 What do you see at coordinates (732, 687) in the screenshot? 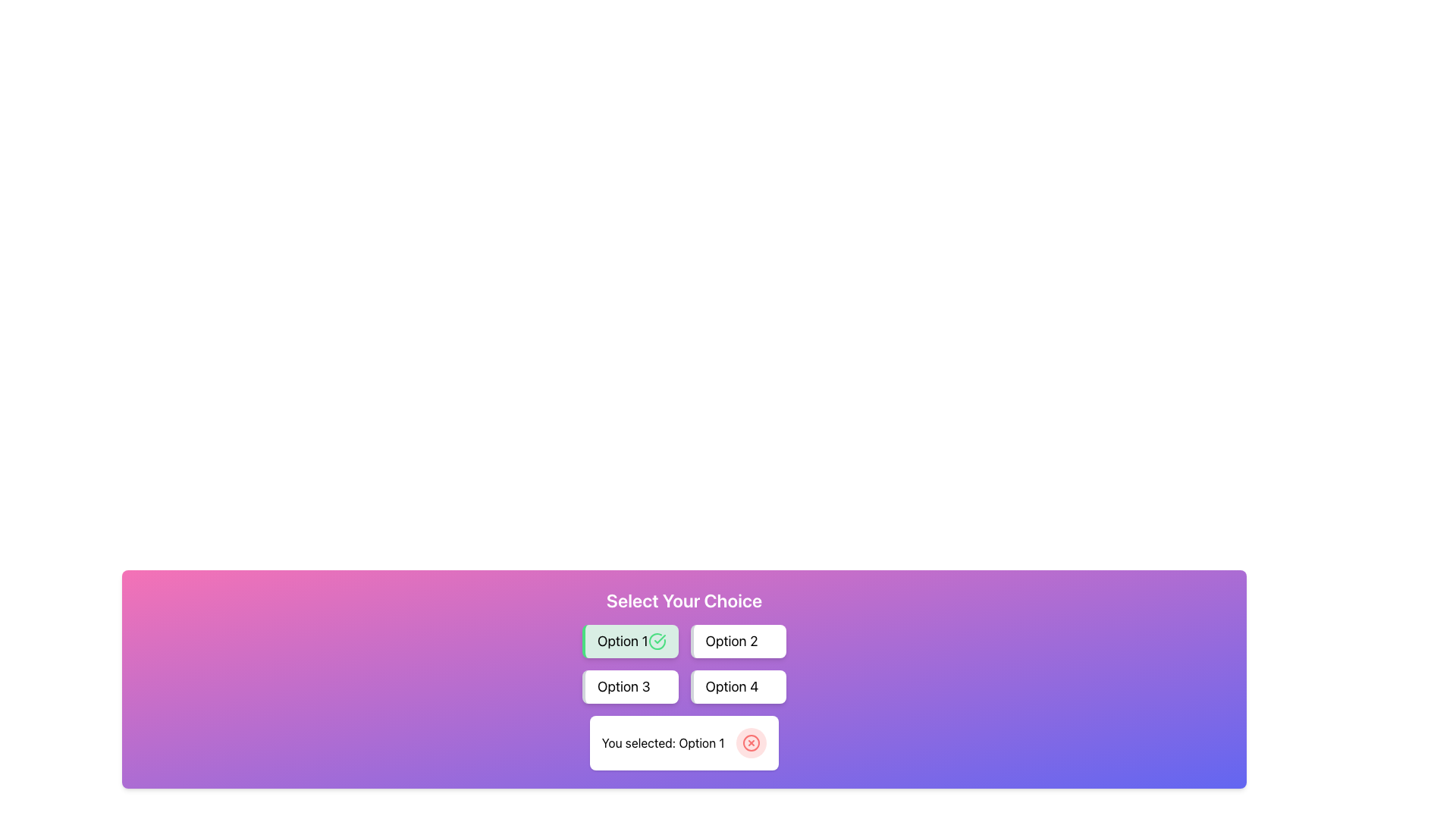
I see `the button labeled 'Option 4' located in the bottom-right position of a two-by-two button grid on a gradient-colored panel` at bounding box center [732, 687].